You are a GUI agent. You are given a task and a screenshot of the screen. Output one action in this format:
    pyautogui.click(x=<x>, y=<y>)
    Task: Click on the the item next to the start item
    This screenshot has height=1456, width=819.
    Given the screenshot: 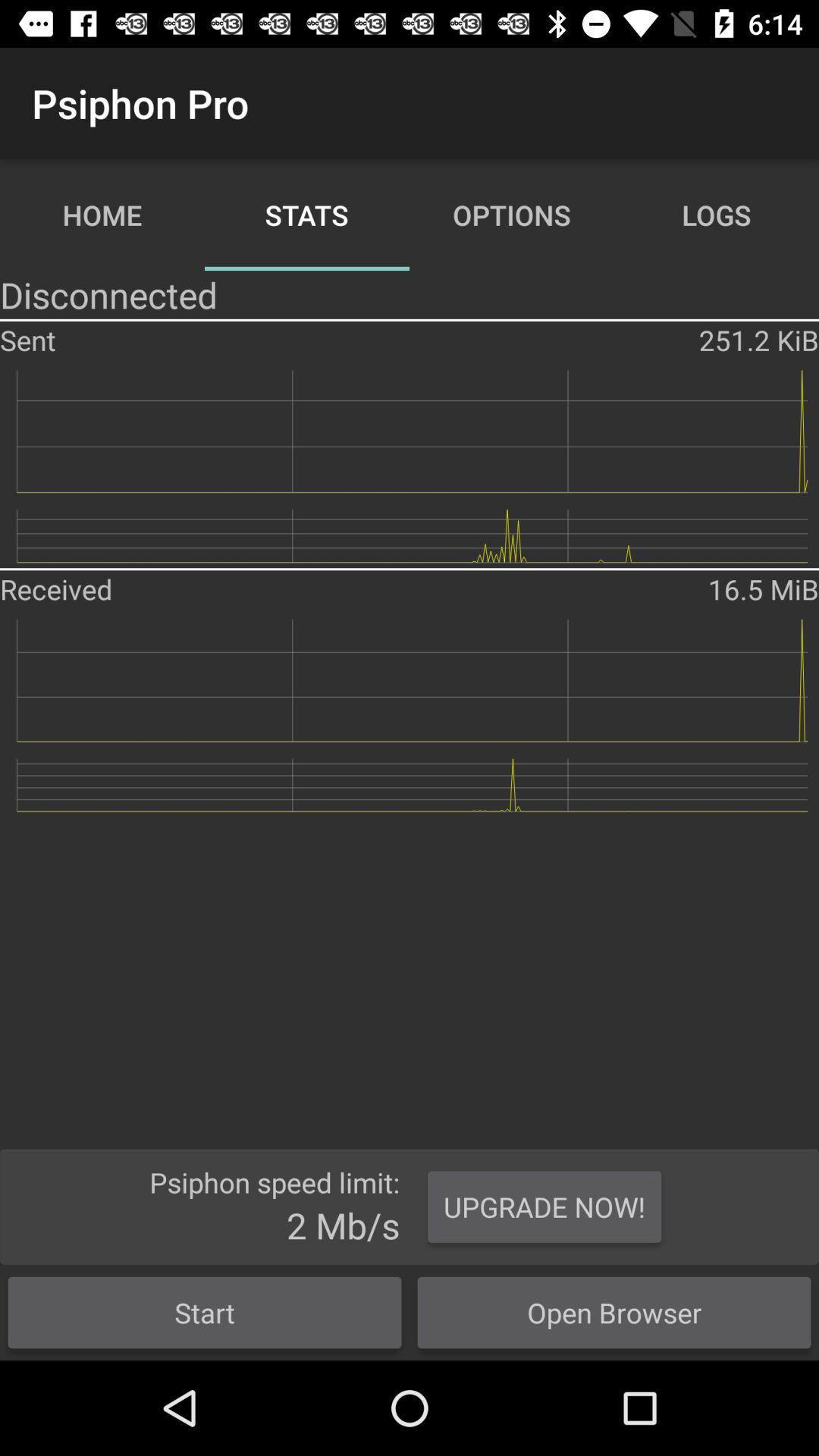 What is the action you would take?
    pyautogui.click(x=614, y=1312)
    